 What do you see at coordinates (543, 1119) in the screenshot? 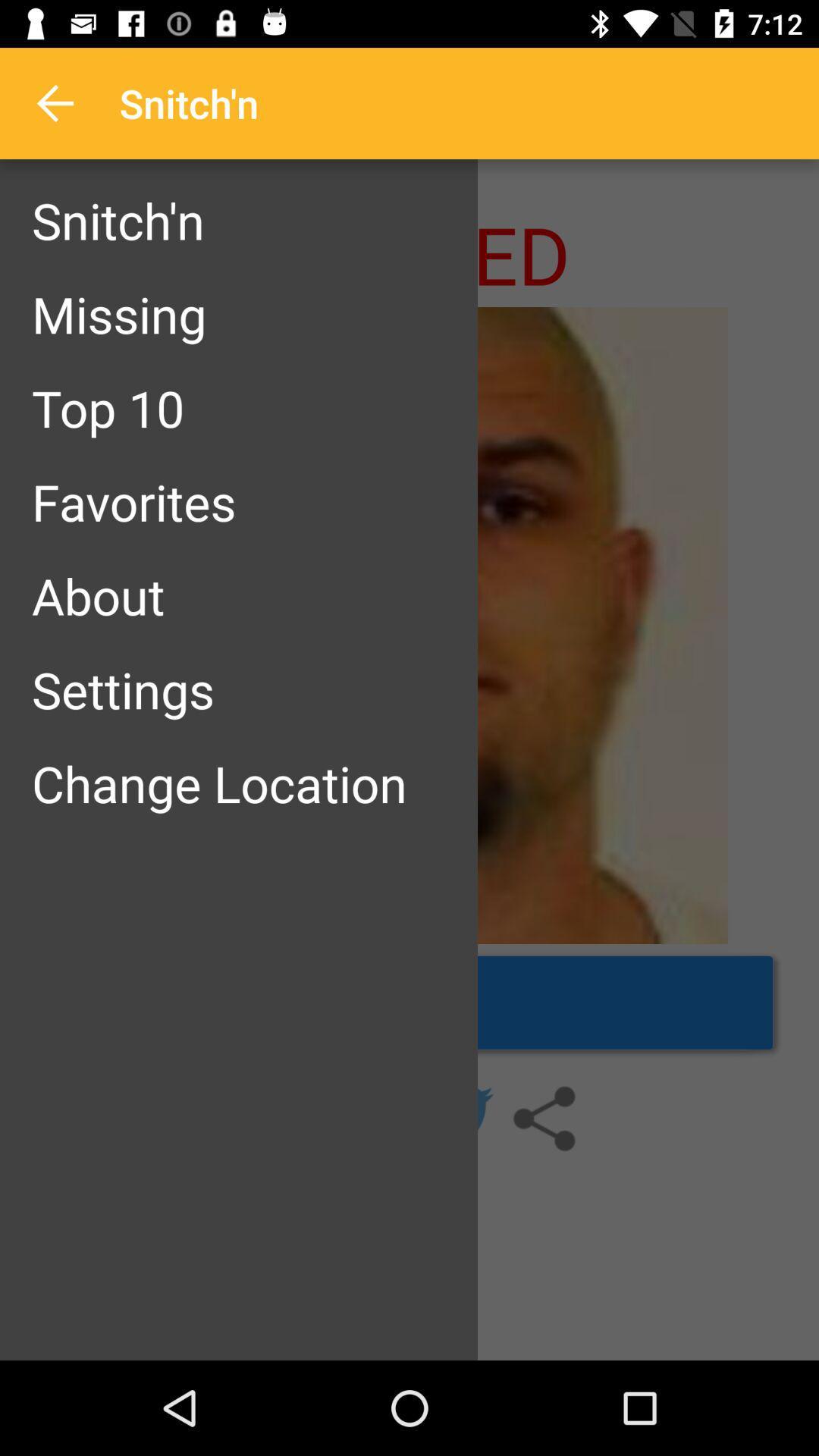
I see `share symbol` at bounding box center [543, 1119].